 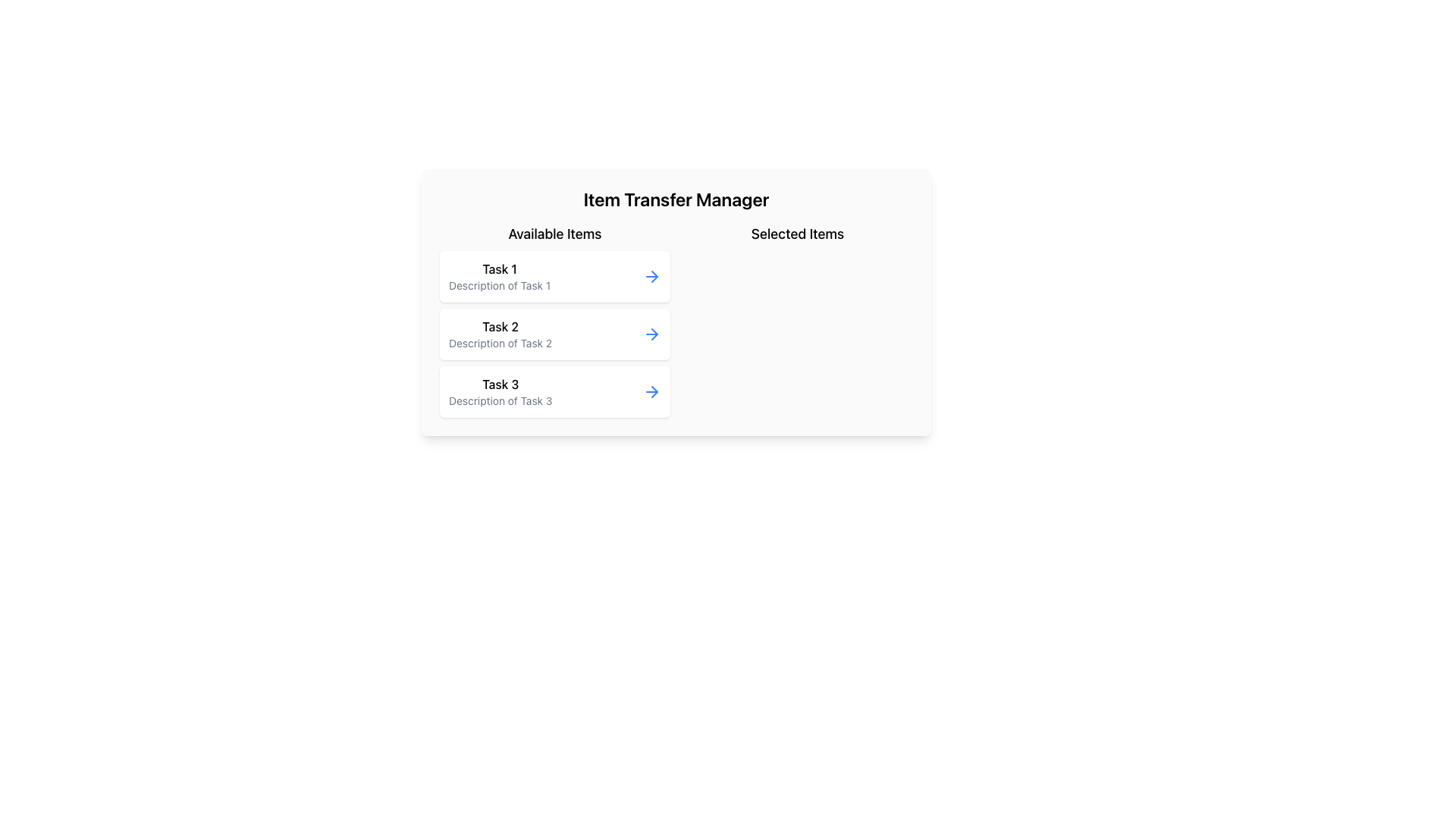 What do you see at coordinates (796, 234) in the screenshot?
I see `the 'Selected Items' text label, which is bold and medium-sized, located in the upper right portion of the interface, distinctively displayed in a clean white layout` at bounding box center [796, 234].